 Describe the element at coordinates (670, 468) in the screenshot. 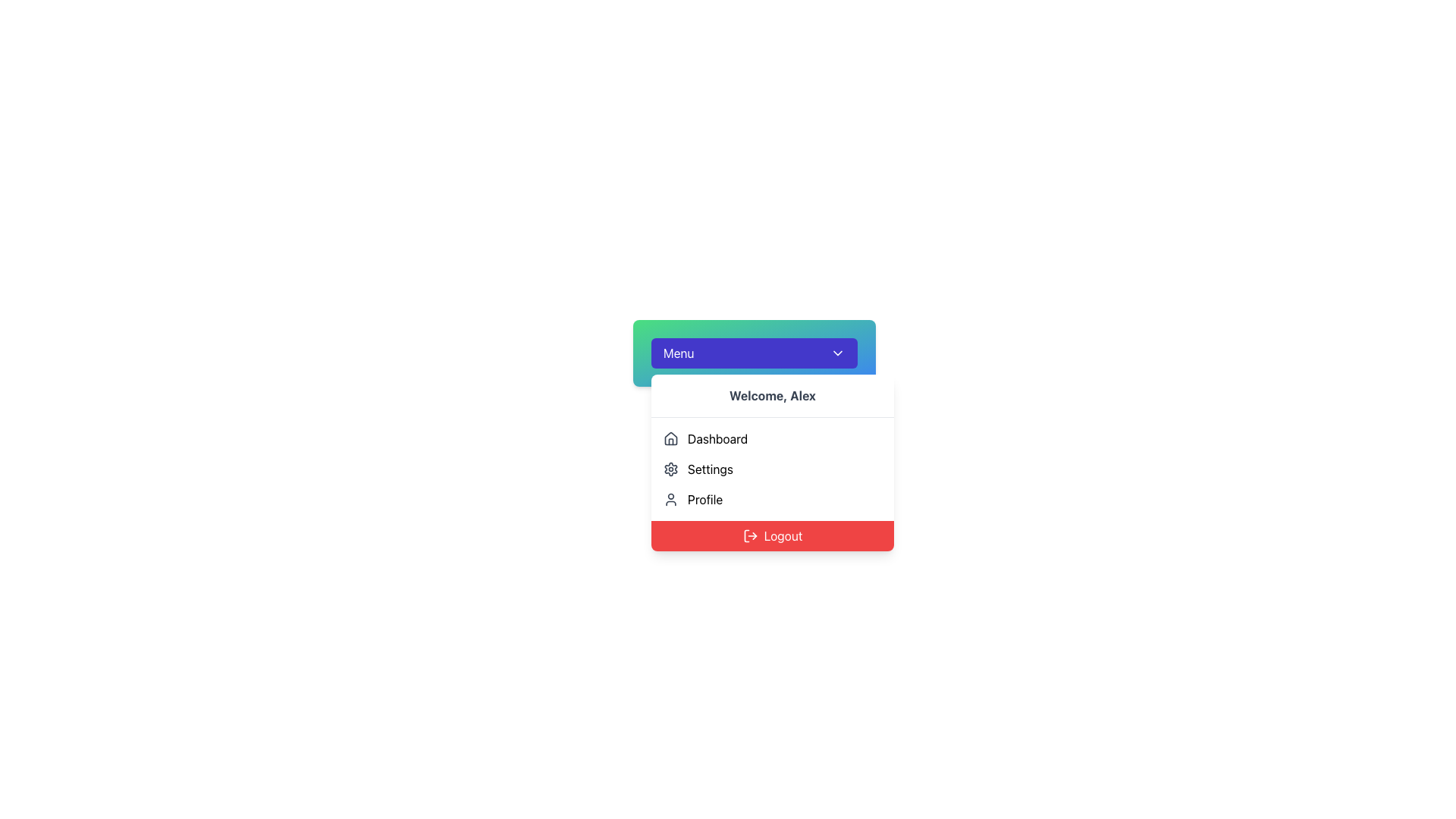

I see `the gear-shaped icon located to the left of the 'Settings' label` at that location.